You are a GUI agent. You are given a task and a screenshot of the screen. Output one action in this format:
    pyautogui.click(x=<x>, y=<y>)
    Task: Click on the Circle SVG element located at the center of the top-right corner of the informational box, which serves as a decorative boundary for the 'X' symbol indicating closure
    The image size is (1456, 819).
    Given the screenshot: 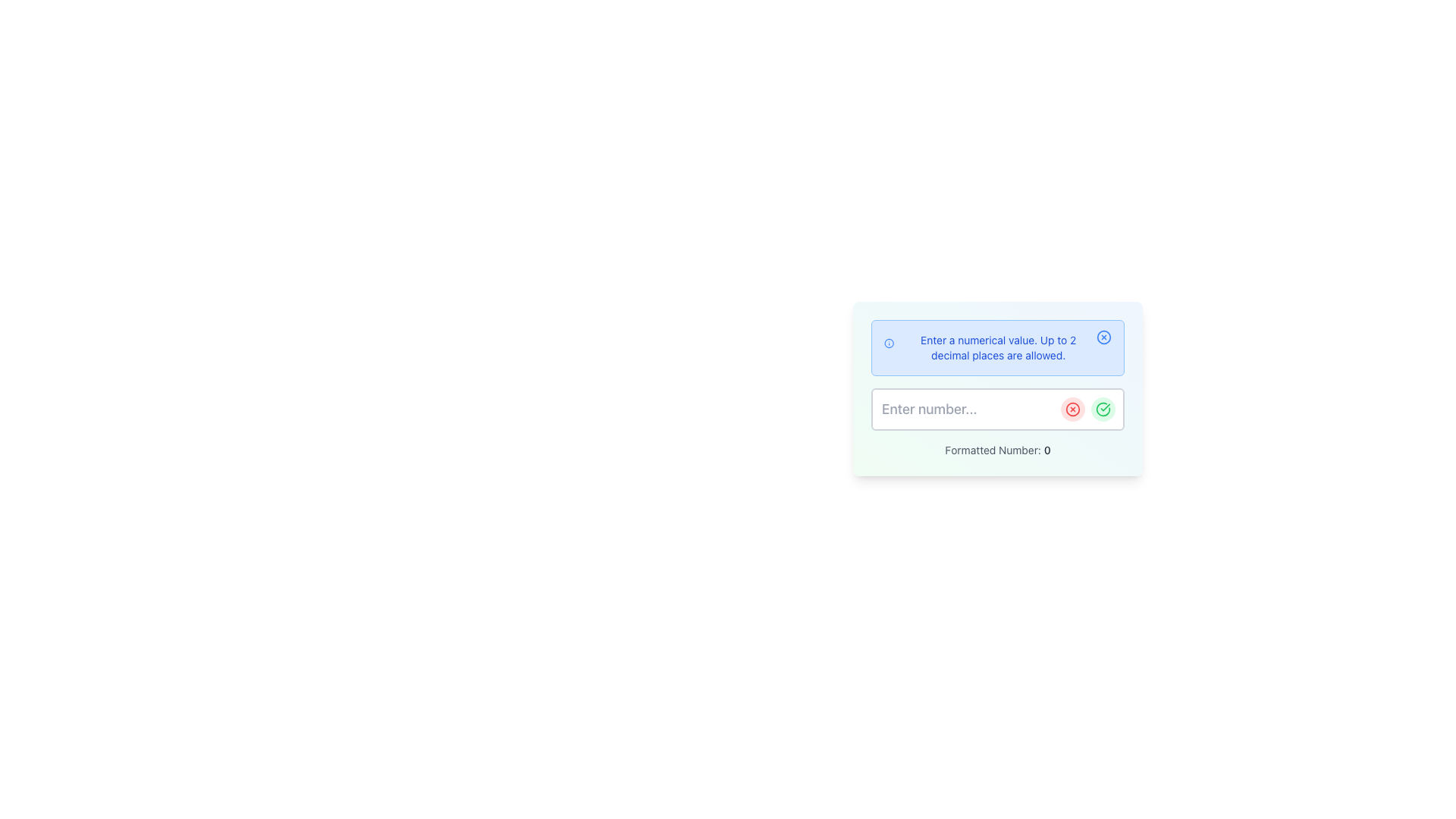 What is the action you would take?
    pyautogui.click(x=1103, y=336)
    